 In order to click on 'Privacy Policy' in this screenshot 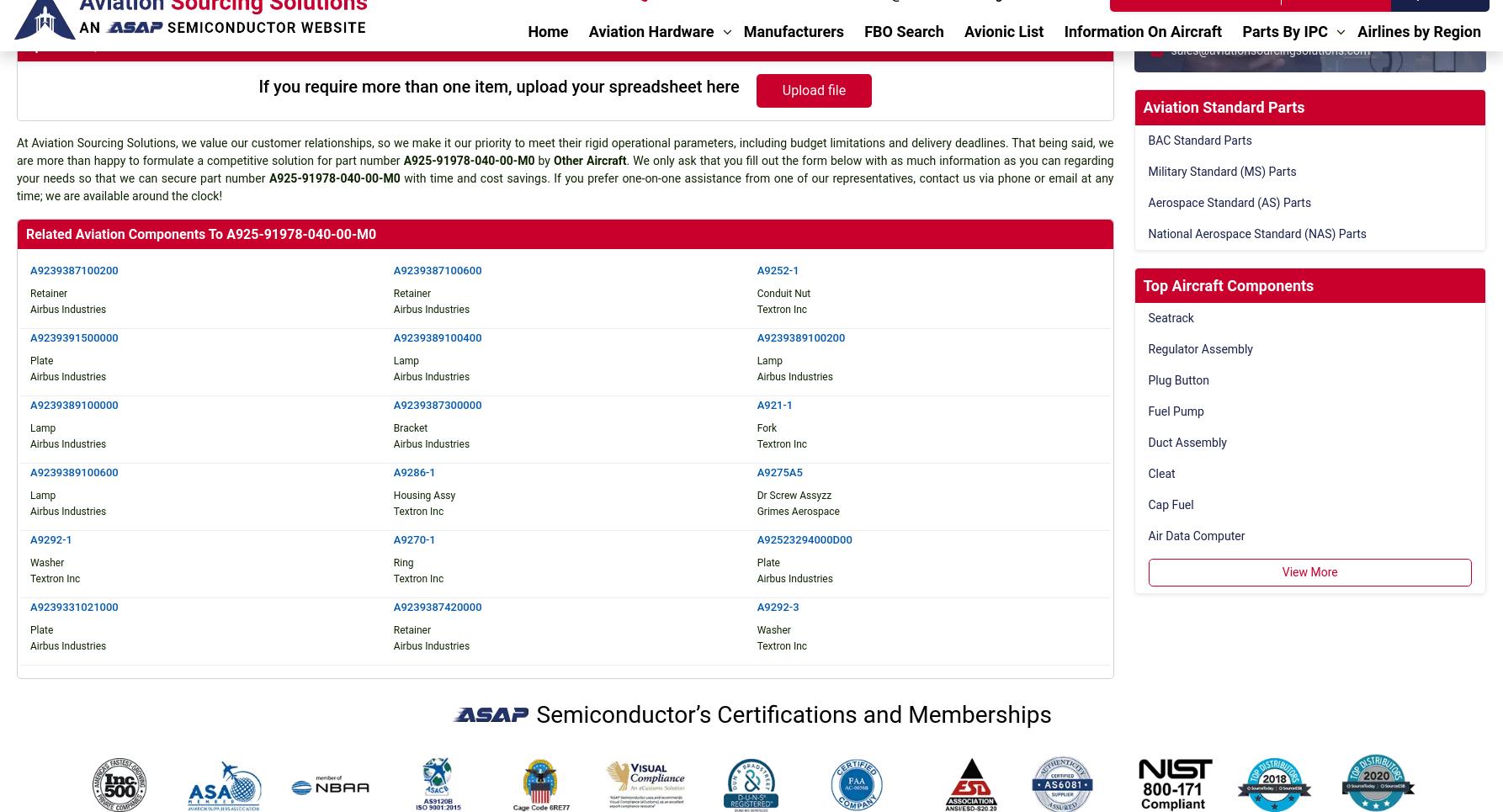, I will do `click(911, 687)`.